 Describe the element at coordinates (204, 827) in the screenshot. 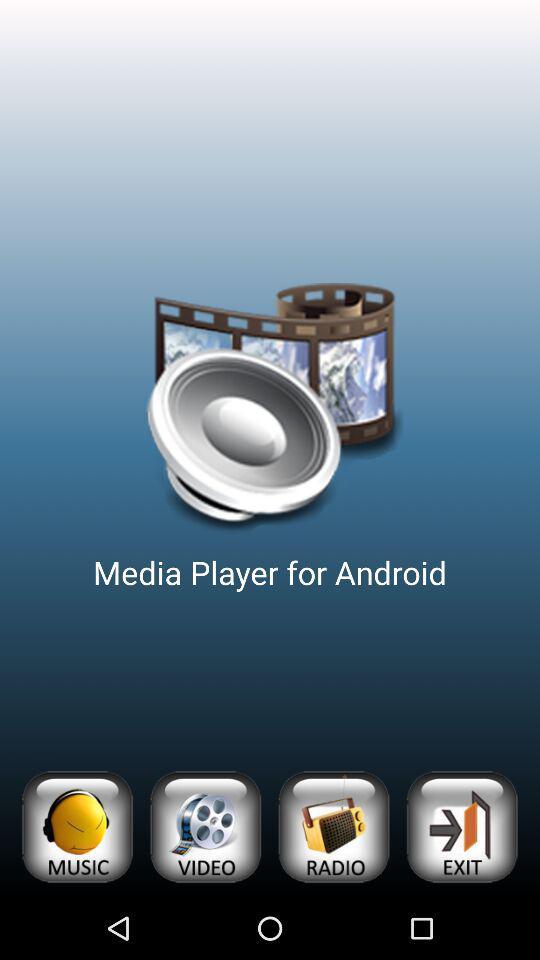

I see `open videos` at that location.